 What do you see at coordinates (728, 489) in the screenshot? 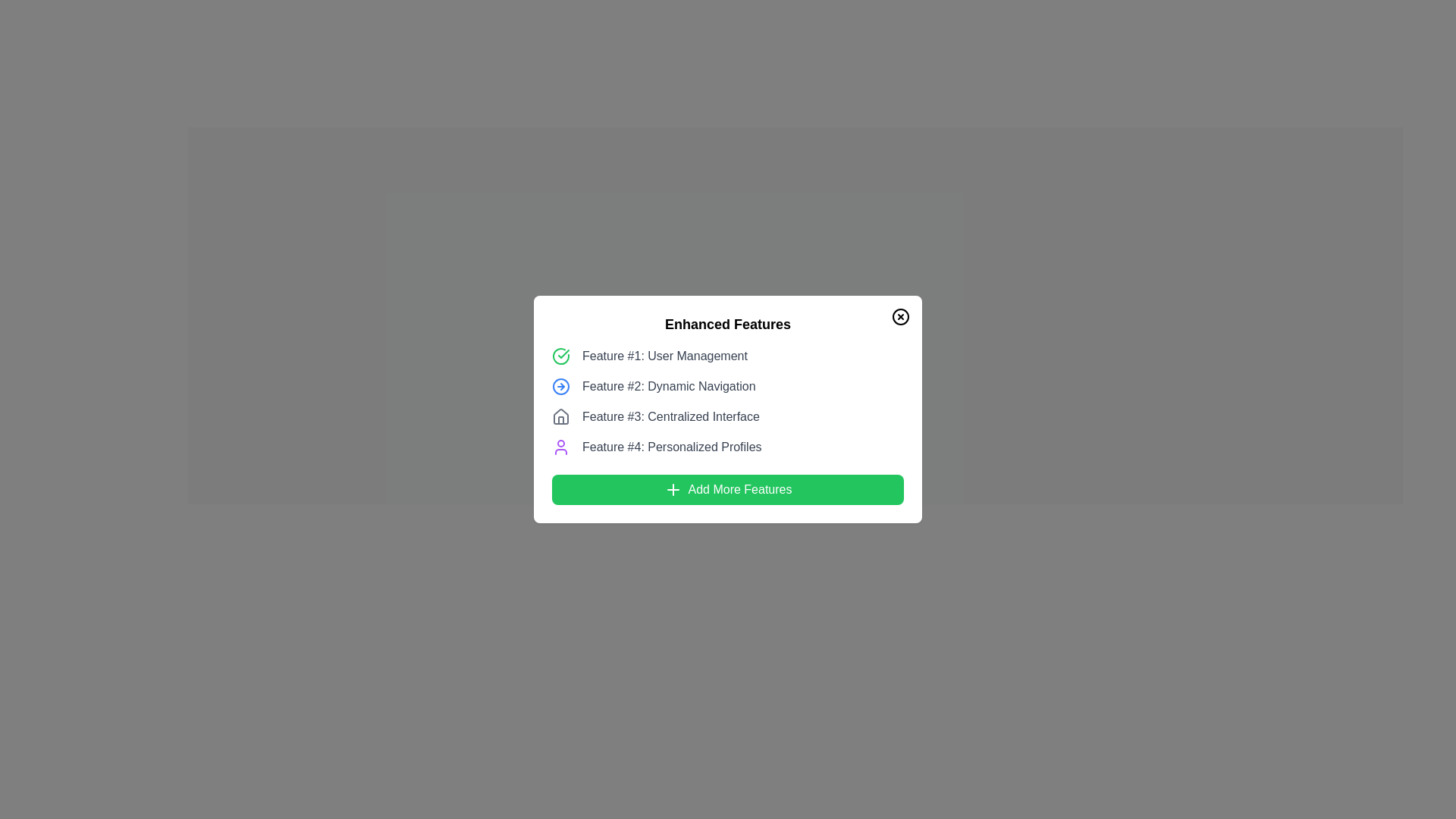
I see `the wide, green-colored button labeled 'Add More Features' with a '+' icon, located at the bottom of the 'Enhanced Features' dialog box` at bounding box center [728, 489].